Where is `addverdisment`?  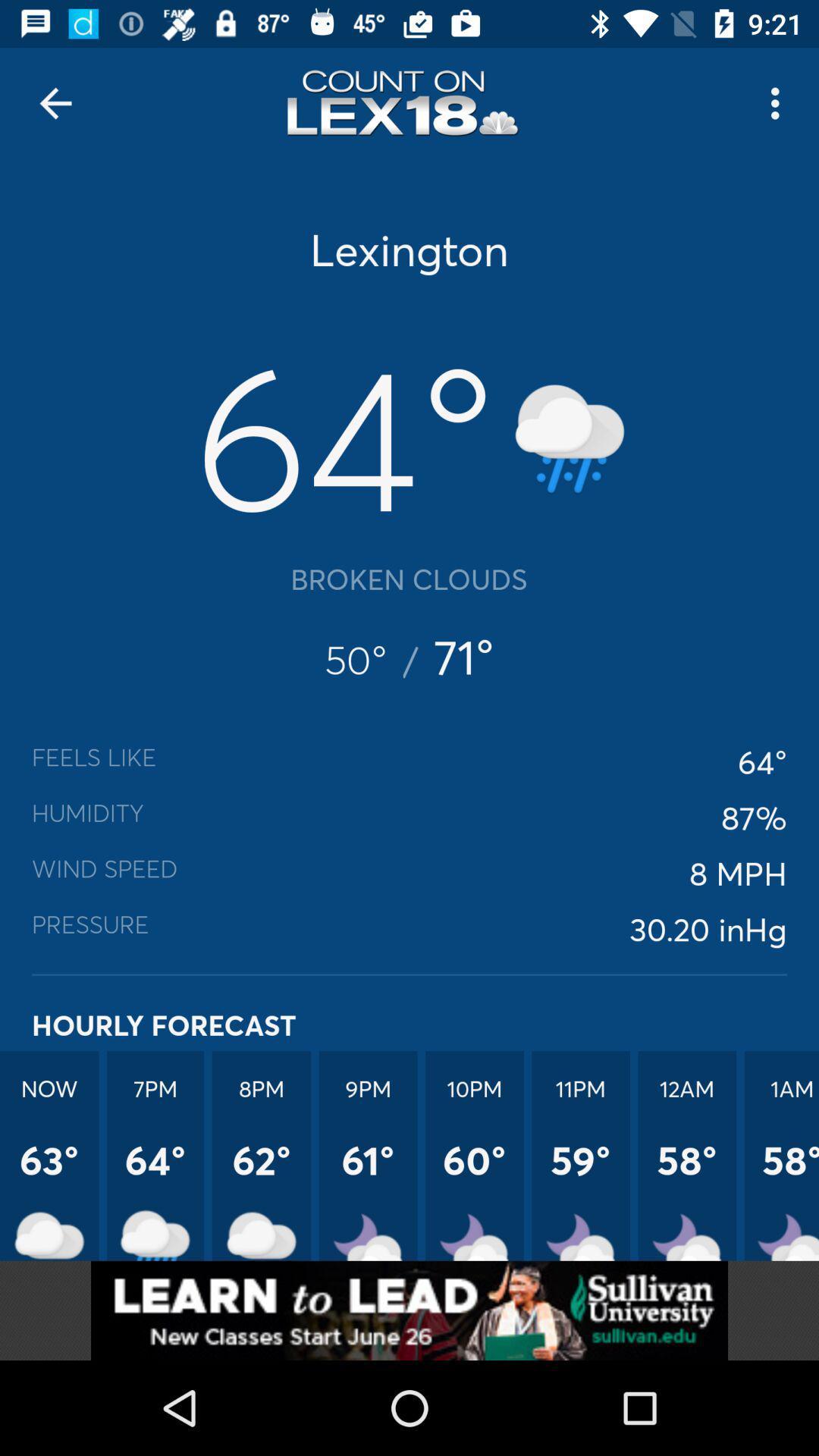 addverdisment is located at coordinates (409, 1310).